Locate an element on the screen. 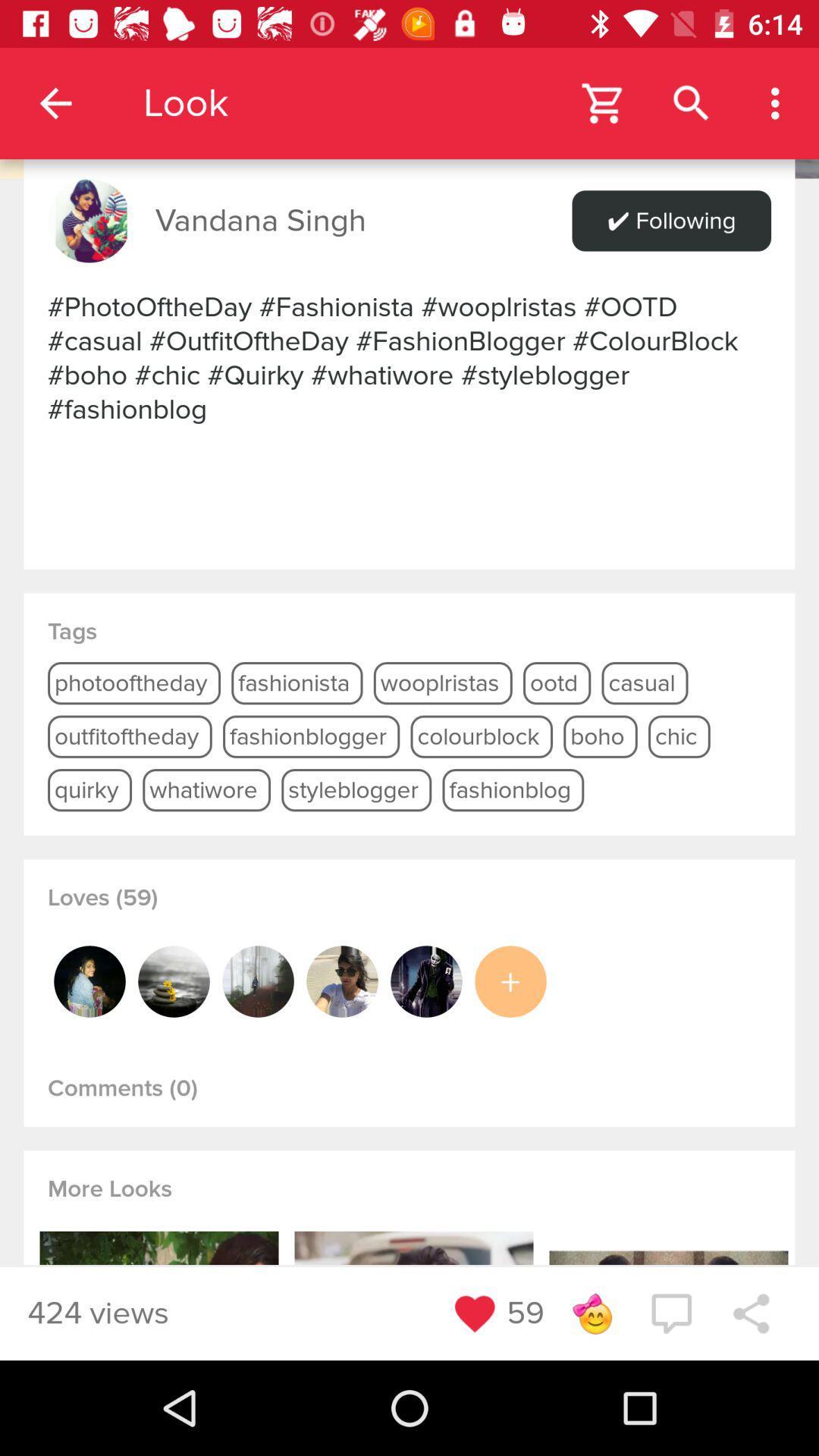 The height and width of the screenshot is (1456, 819). followers is located at coordinates (173, 981).